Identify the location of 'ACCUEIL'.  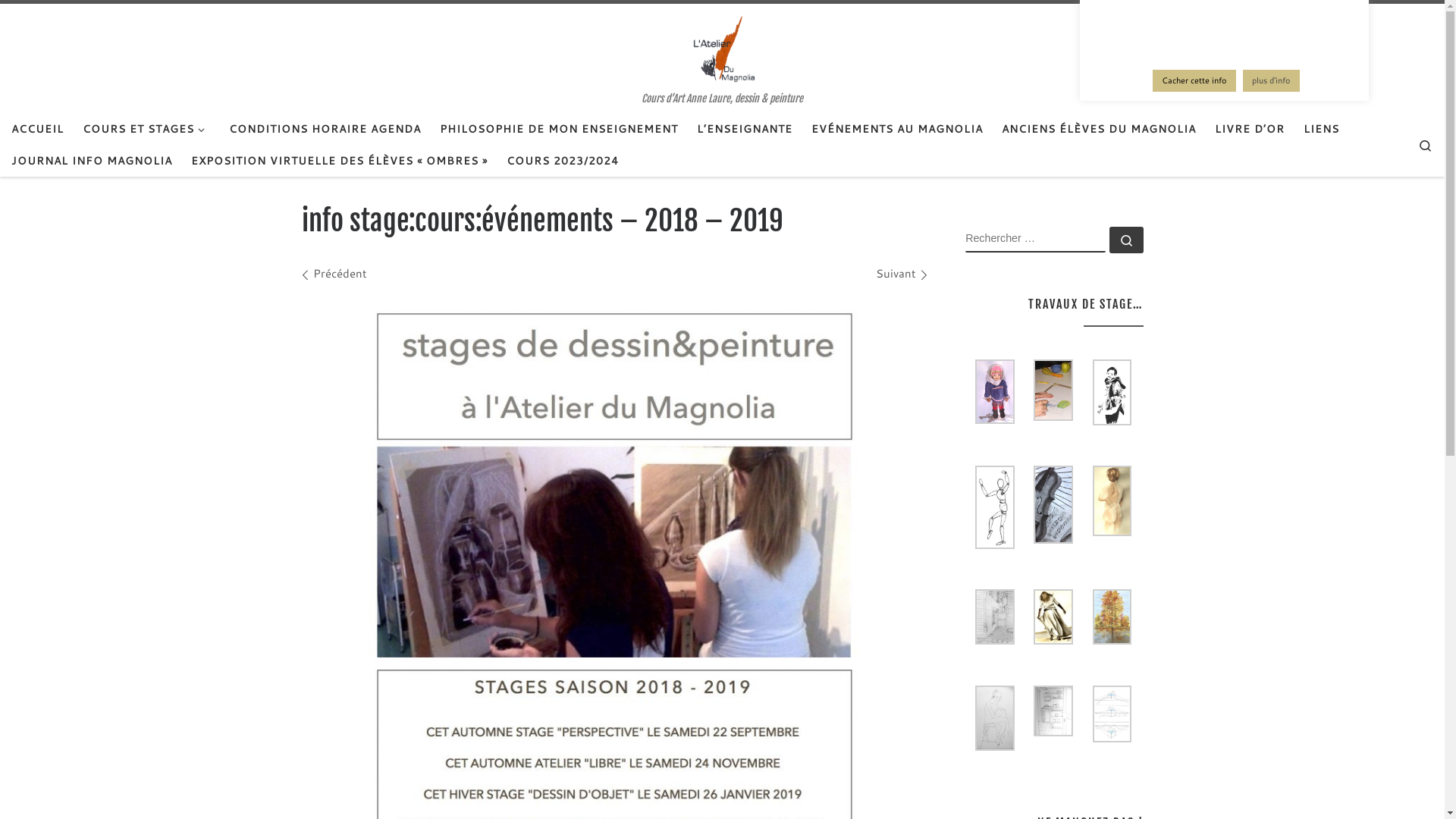
(37, 127).